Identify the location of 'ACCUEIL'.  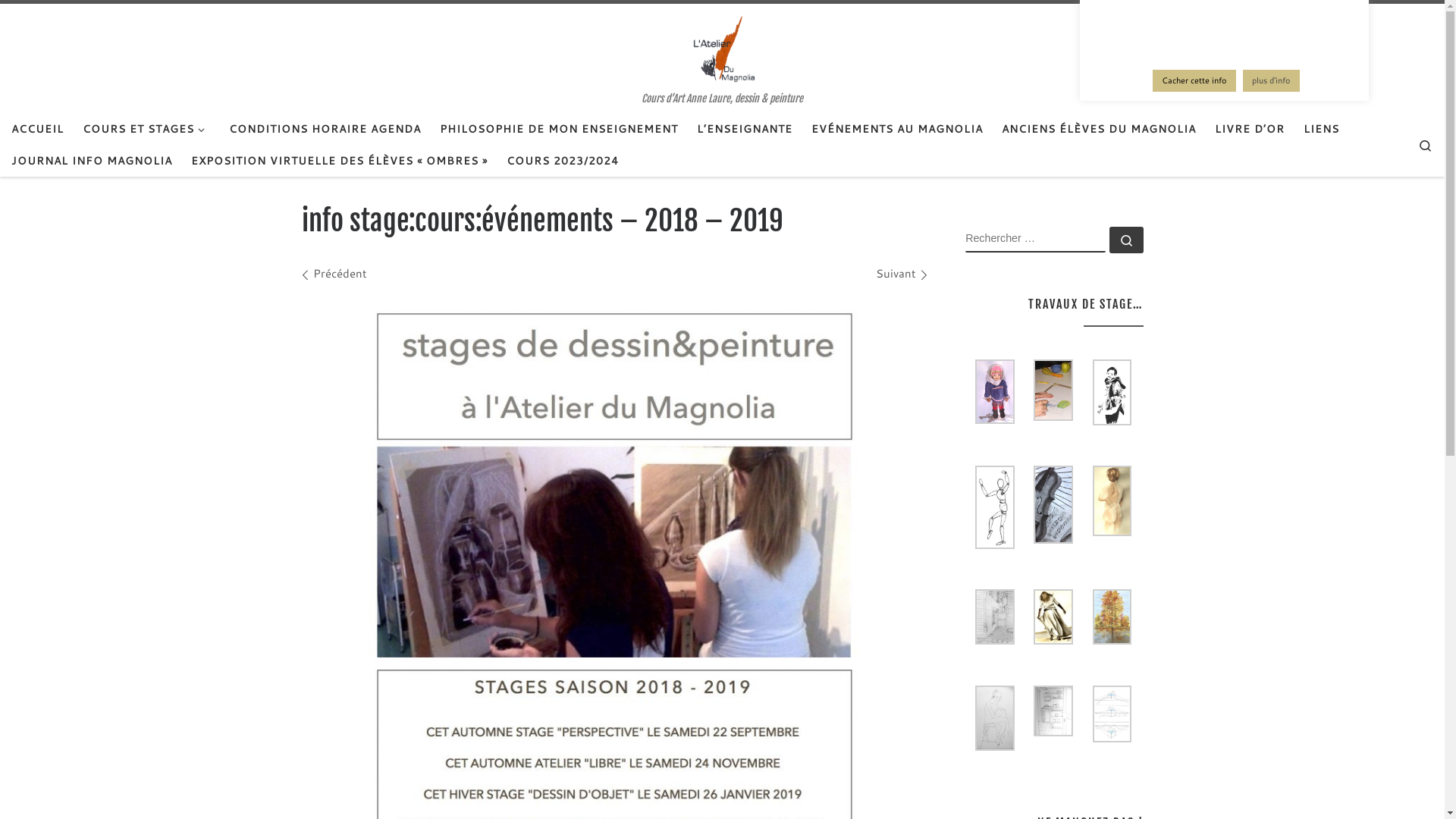
(37, 127).